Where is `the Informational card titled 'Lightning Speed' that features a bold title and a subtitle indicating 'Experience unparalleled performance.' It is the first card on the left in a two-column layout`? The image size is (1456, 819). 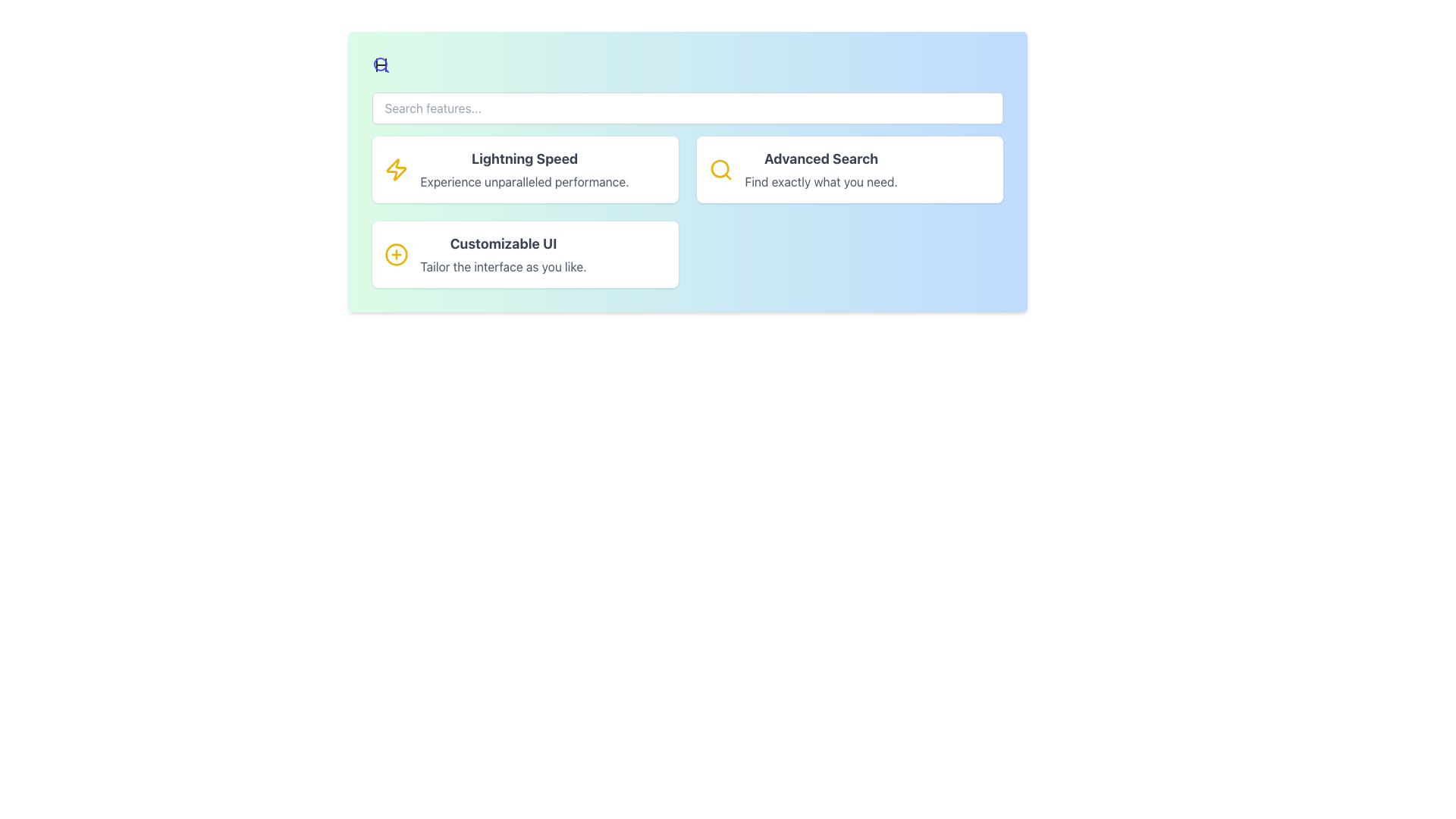 the Informational card titled 'Lightning Speed' that features a bold title and a subtitle indicating 'Experience unparalleled performance.' It is the first card on the left in a two-column layout is located at coordinates (525, 169).